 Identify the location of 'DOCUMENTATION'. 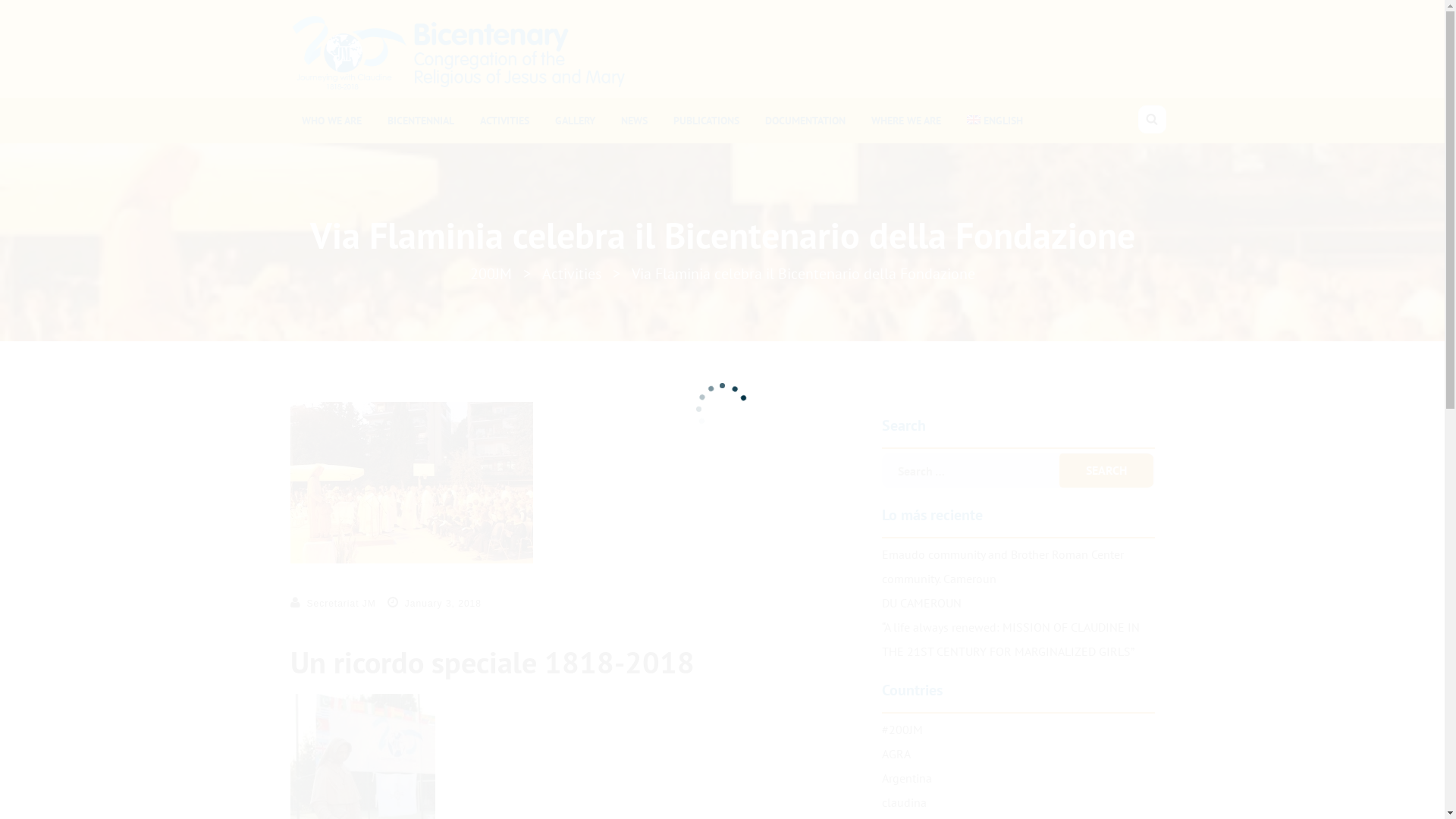
(804, 119).